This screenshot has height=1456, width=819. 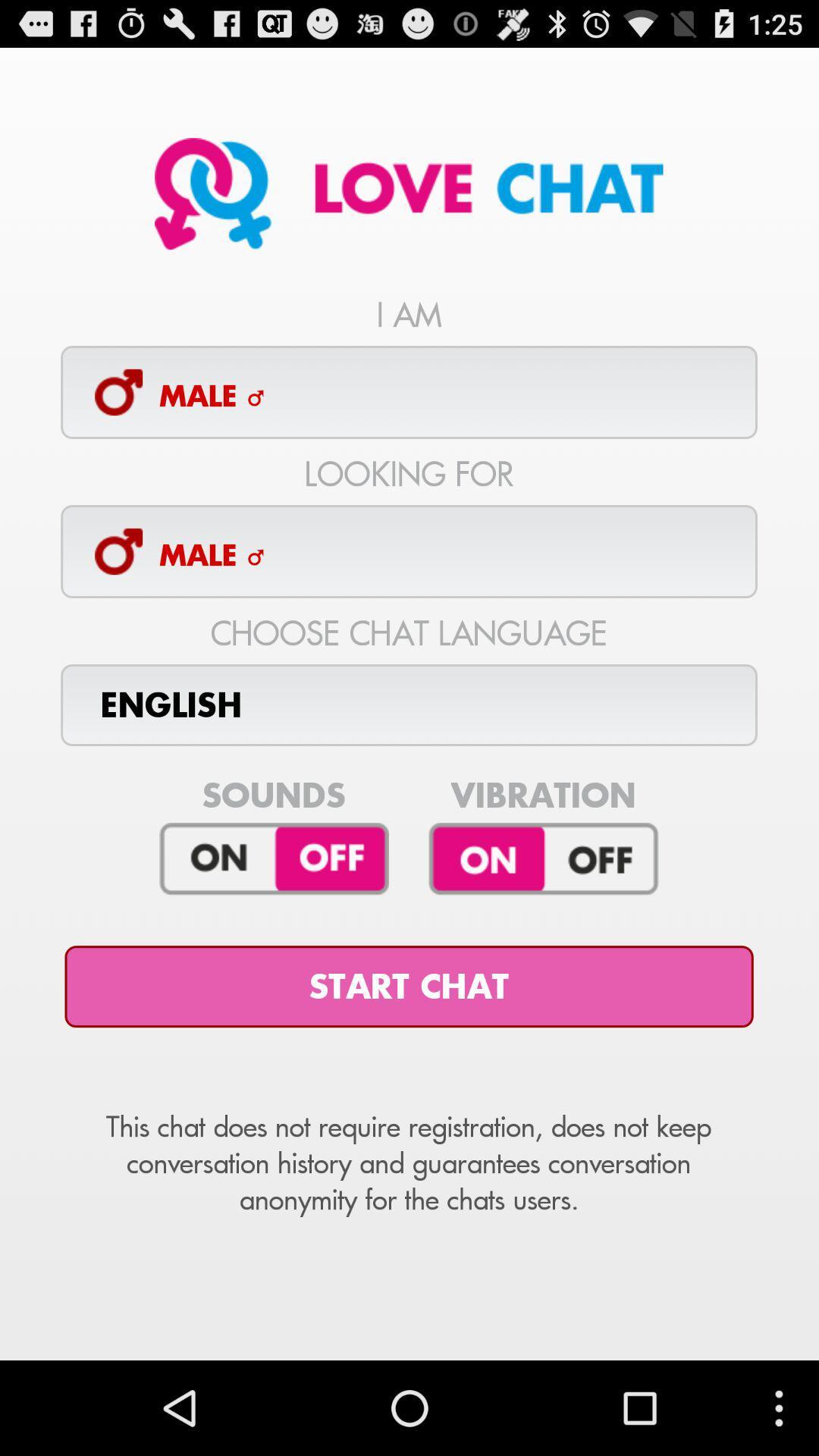 What do you see at coordinates (543, 859) in the screenshot?
I see `vibration option` at bounding box center [543, 859].